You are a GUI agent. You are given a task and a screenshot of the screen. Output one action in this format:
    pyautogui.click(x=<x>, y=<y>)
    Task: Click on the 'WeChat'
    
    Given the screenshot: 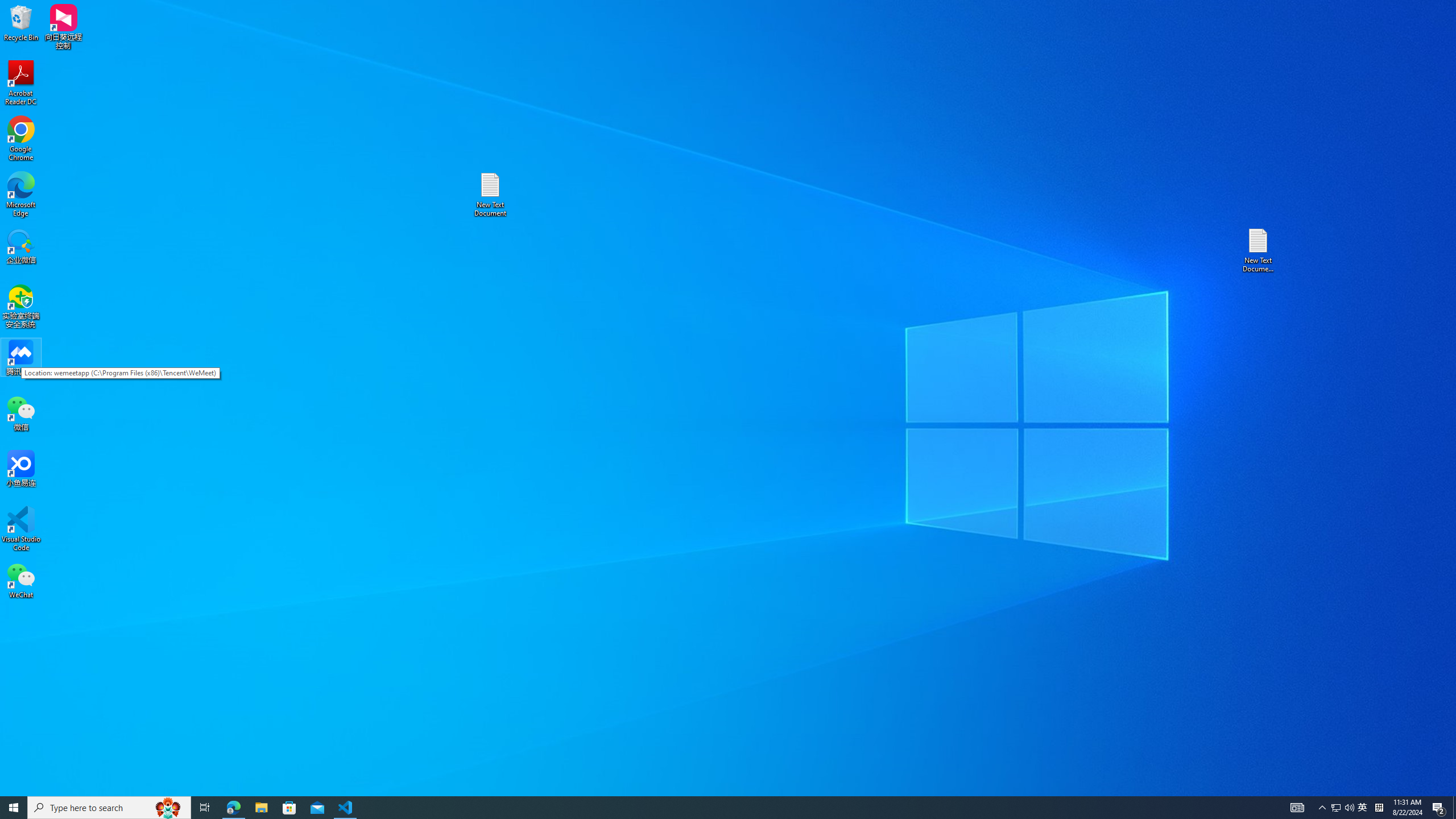 What is the action you would take?
    pyautogui.click(x=20, y=580)
    